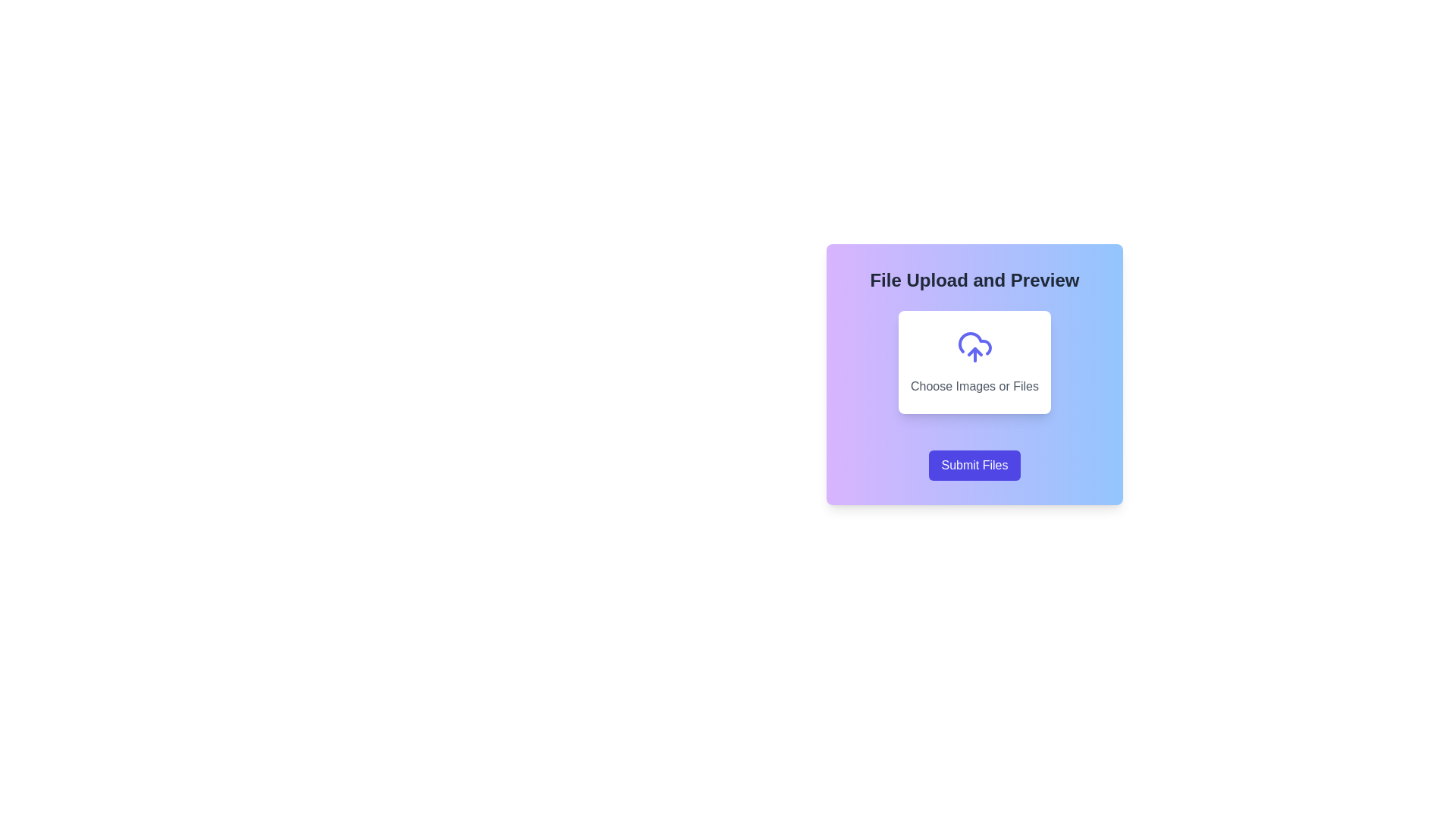 Image resolution: width=1456 pixels, height=819 pixels. What do you see at coordinates (974, 344) in the screenshot?
I see `the decorative graphical element within the SVG image that represents the bottom-left rounded portion of the cloud icon used for file upload functionality` at bounding box center [974, 344].